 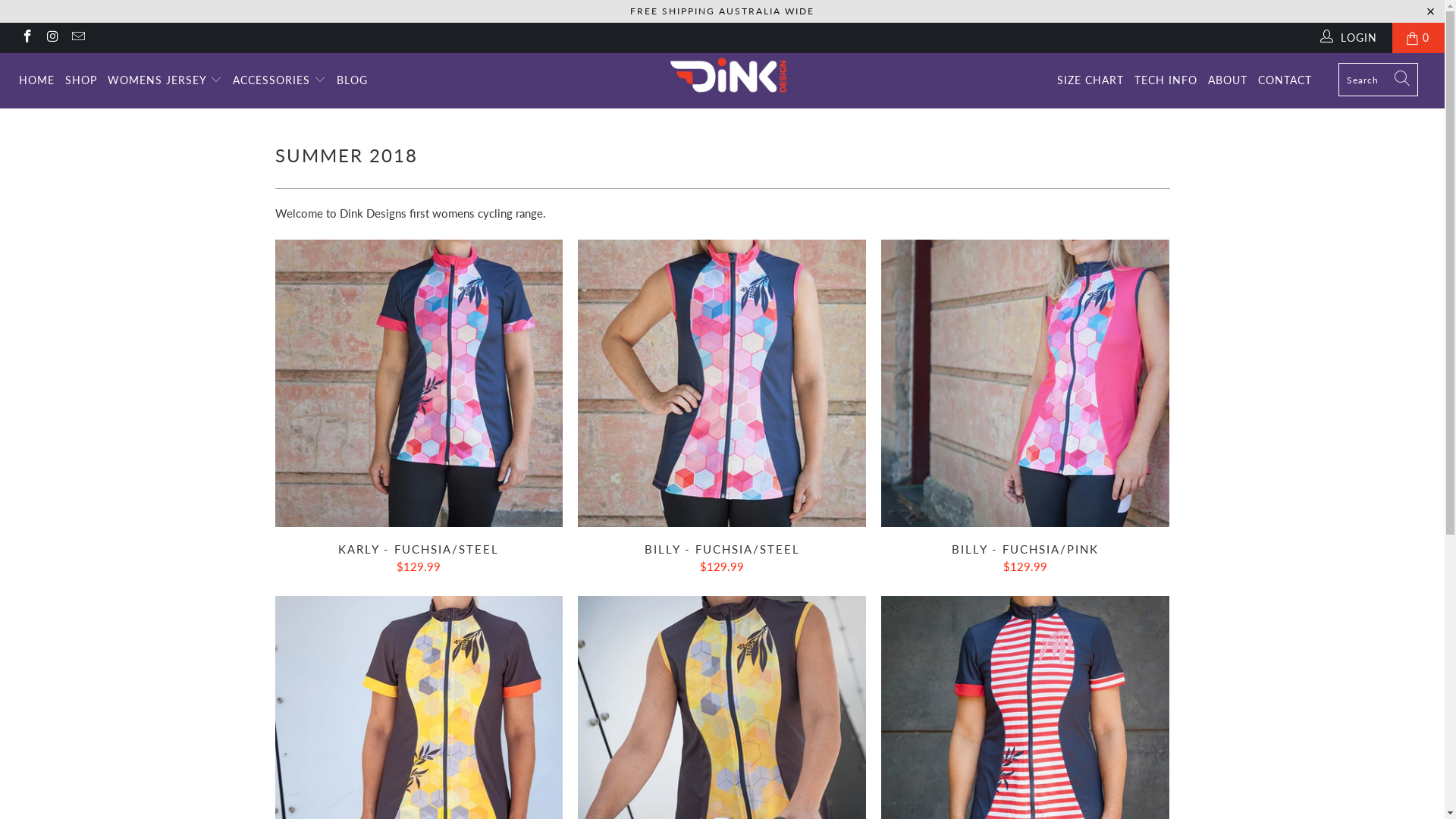 What do you see at coordinates (1165, 80) in the screenshot?
I see `'TECH INFO'` at bounding box center [1165, 80].